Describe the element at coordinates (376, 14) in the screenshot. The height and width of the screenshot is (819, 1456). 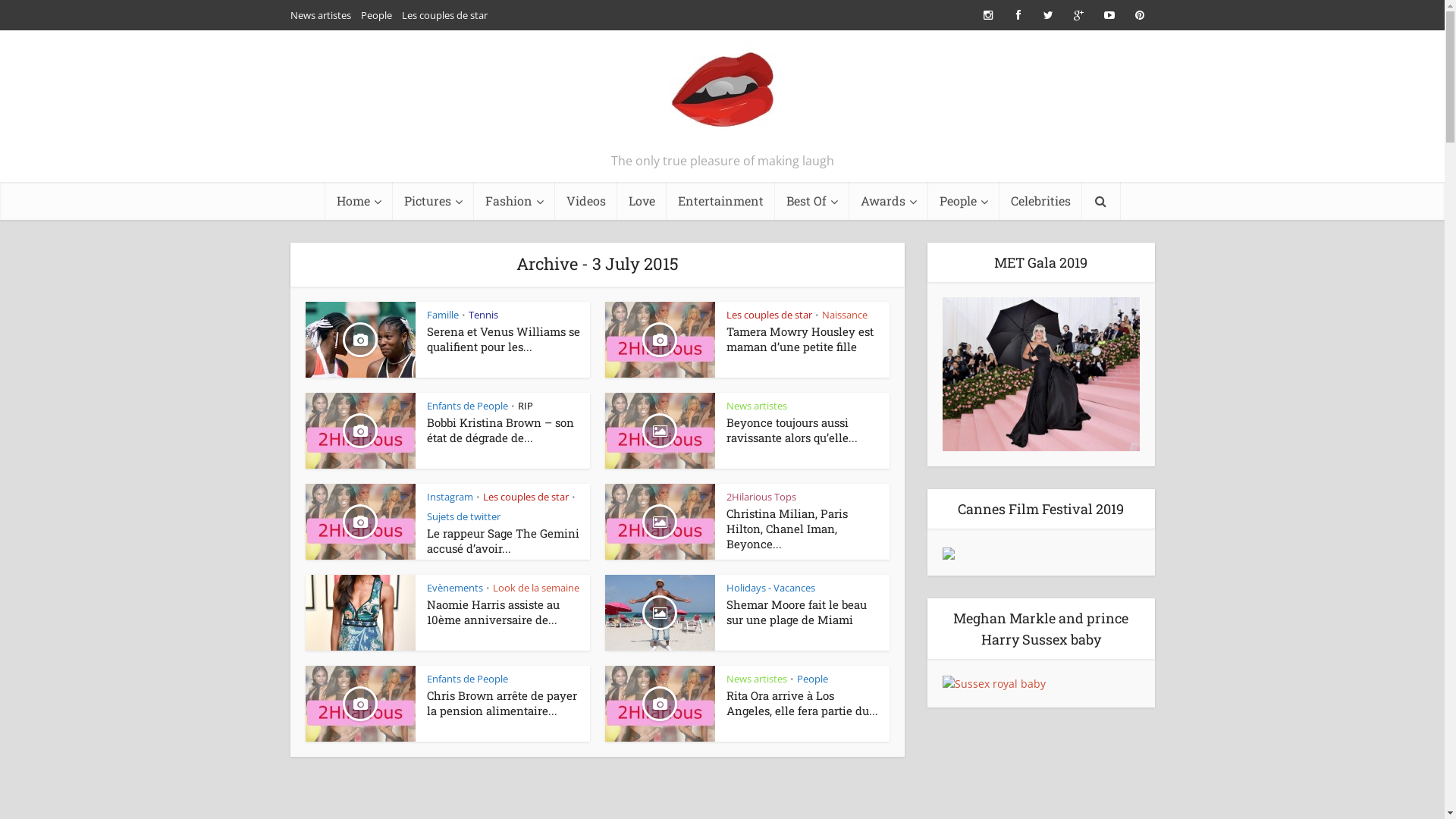
I see `'People'` at that location.